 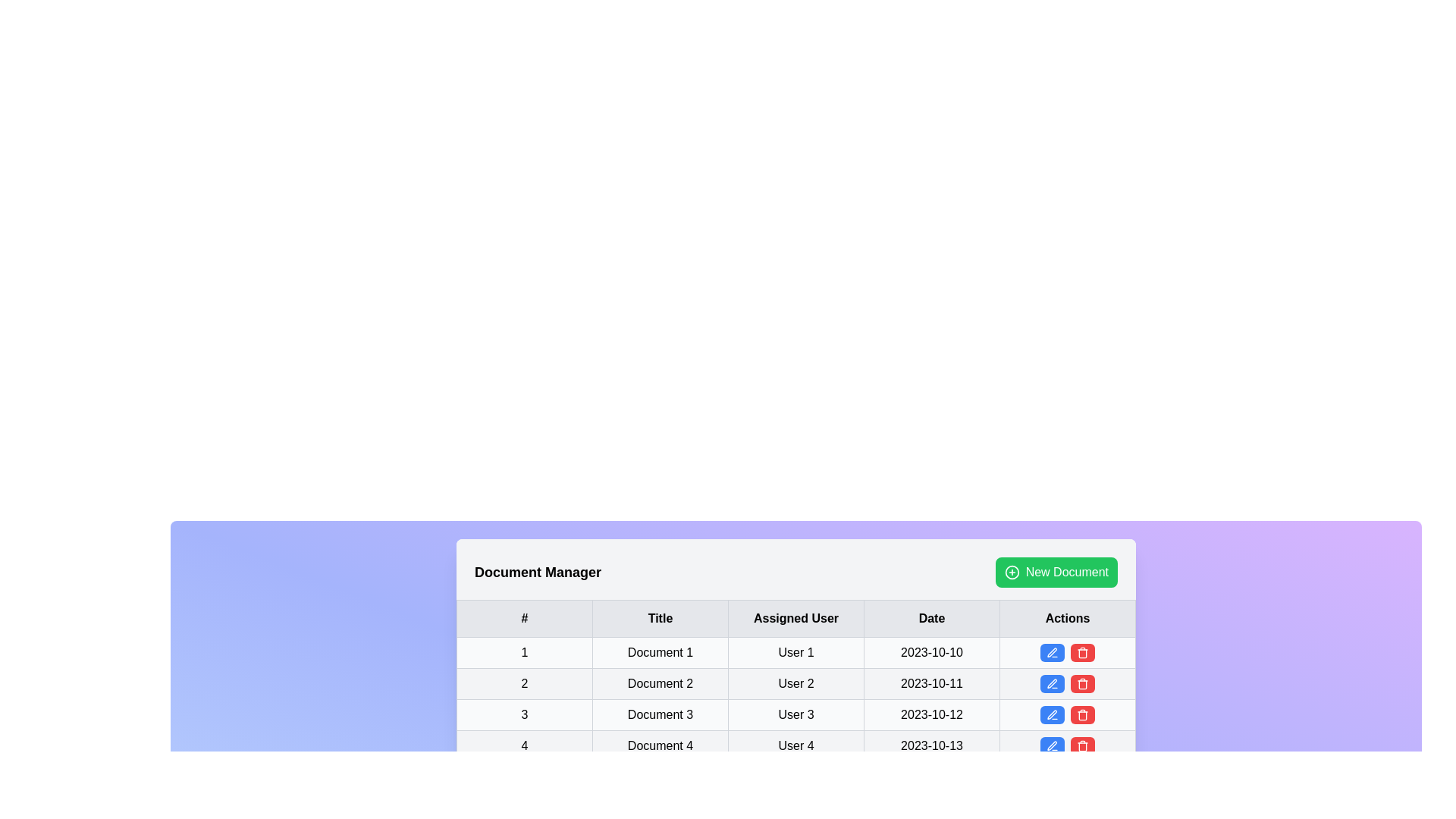 What do you see at coordinates (660, 714) in the screenshot?
I see `the Table Cell displaying 'Document 3' in the third row of the 'Document Manager' table` at bounding box center [660, 714].